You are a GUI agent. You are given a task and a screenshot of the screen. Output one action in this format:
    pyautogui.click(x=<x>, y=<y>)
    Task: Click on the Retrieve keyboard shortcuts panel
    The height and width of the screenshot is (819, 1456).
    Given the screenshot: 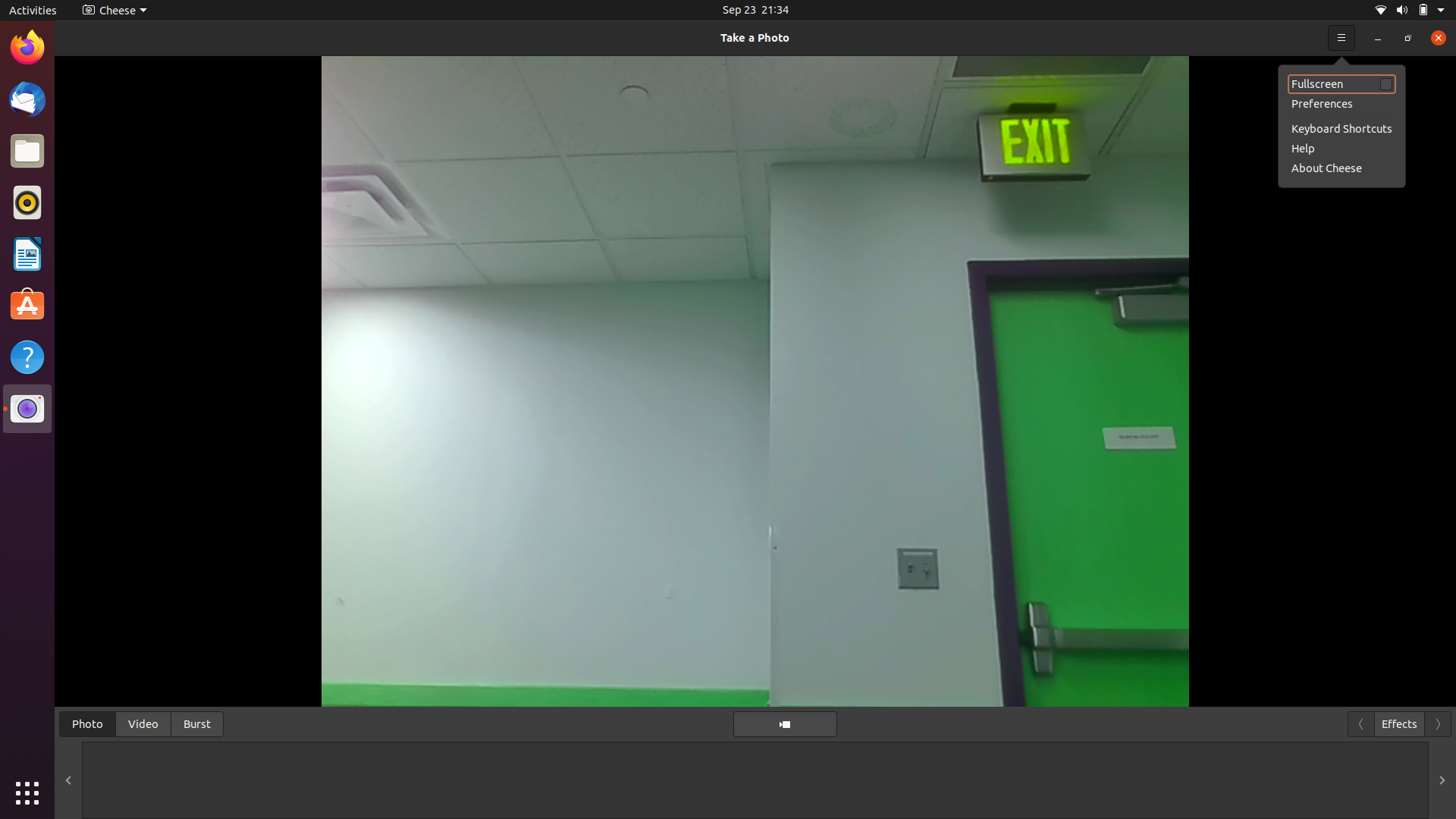 What is the action you would take?
    pyautogui.click(x=1341, y=36)
    